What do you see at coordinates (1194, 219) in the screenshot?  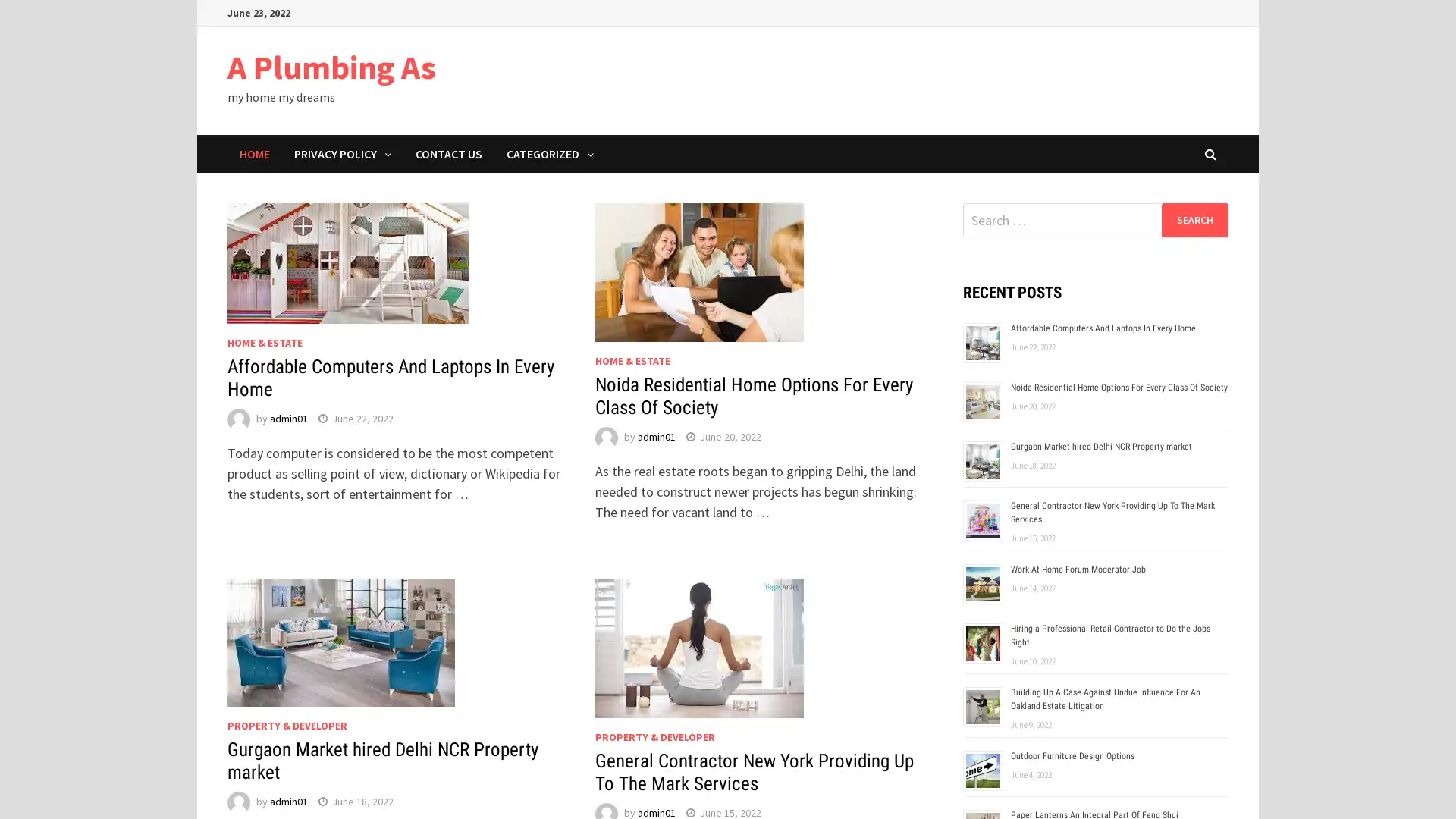 I see `Search` at bounding box center [1194, 219].